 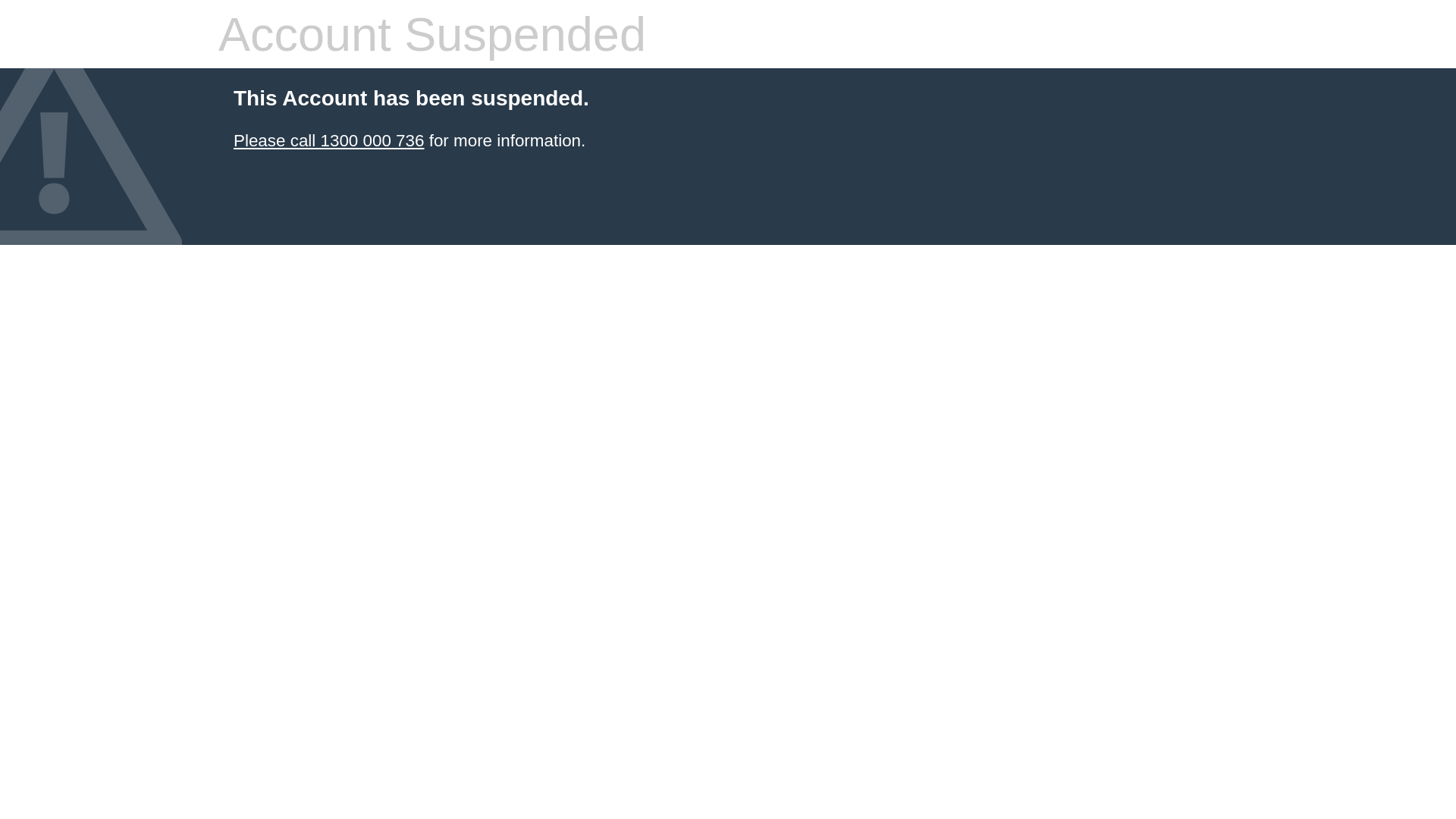 What do you see at coordinates (328, 140) in the screenshot?
I see `'Please call 1300 000 736'` at bounding box center [328, 140].